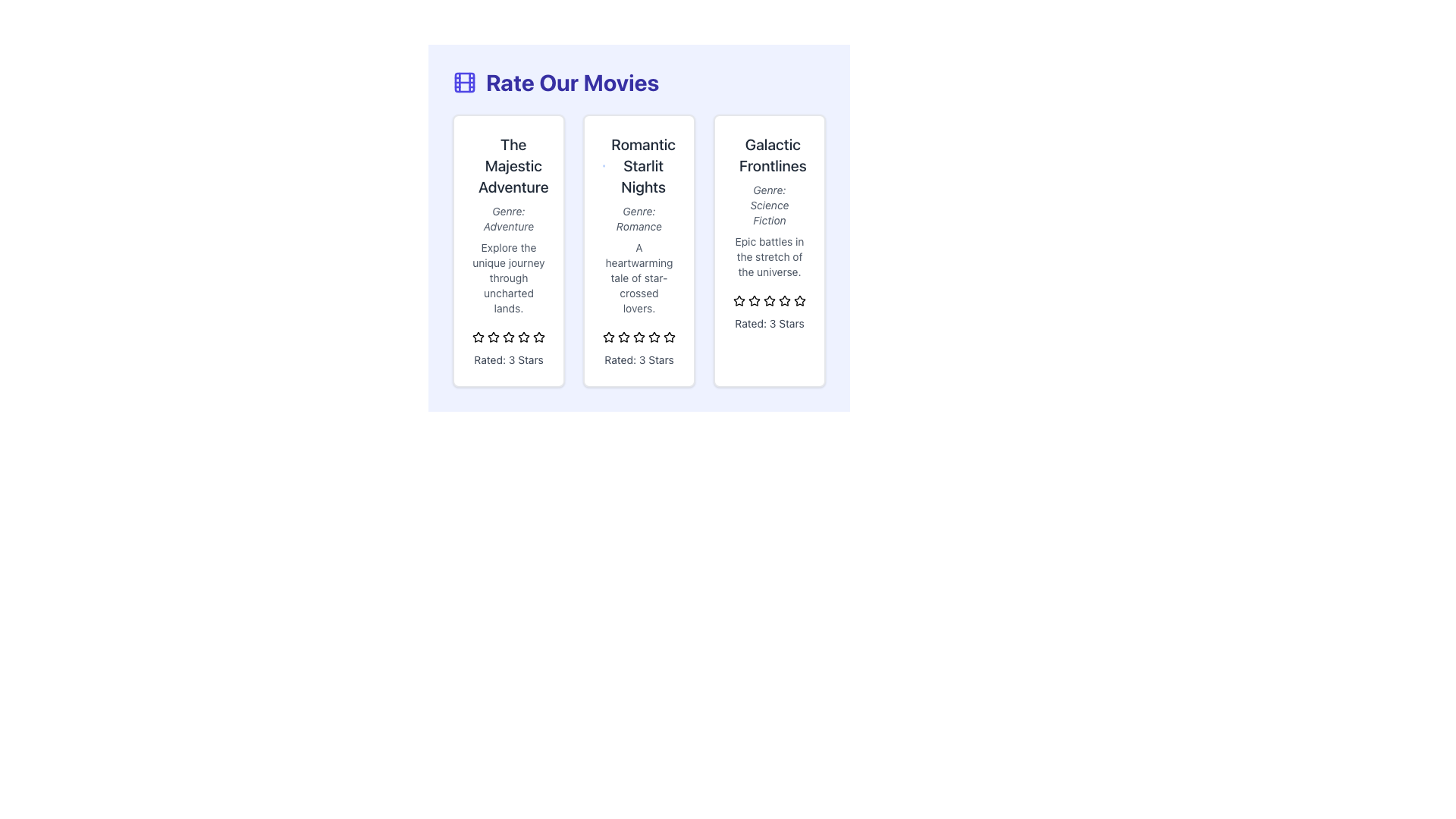 This screenshot has width=1456, height=819. What do you see at coordinates (643, 166) in the screenshot?
I see `the title text element of the movie card displaying 'Romantic Starlit Nights', which is located in the second column of the 'Rate Our Movies' section` at bounding box center [643, 166].